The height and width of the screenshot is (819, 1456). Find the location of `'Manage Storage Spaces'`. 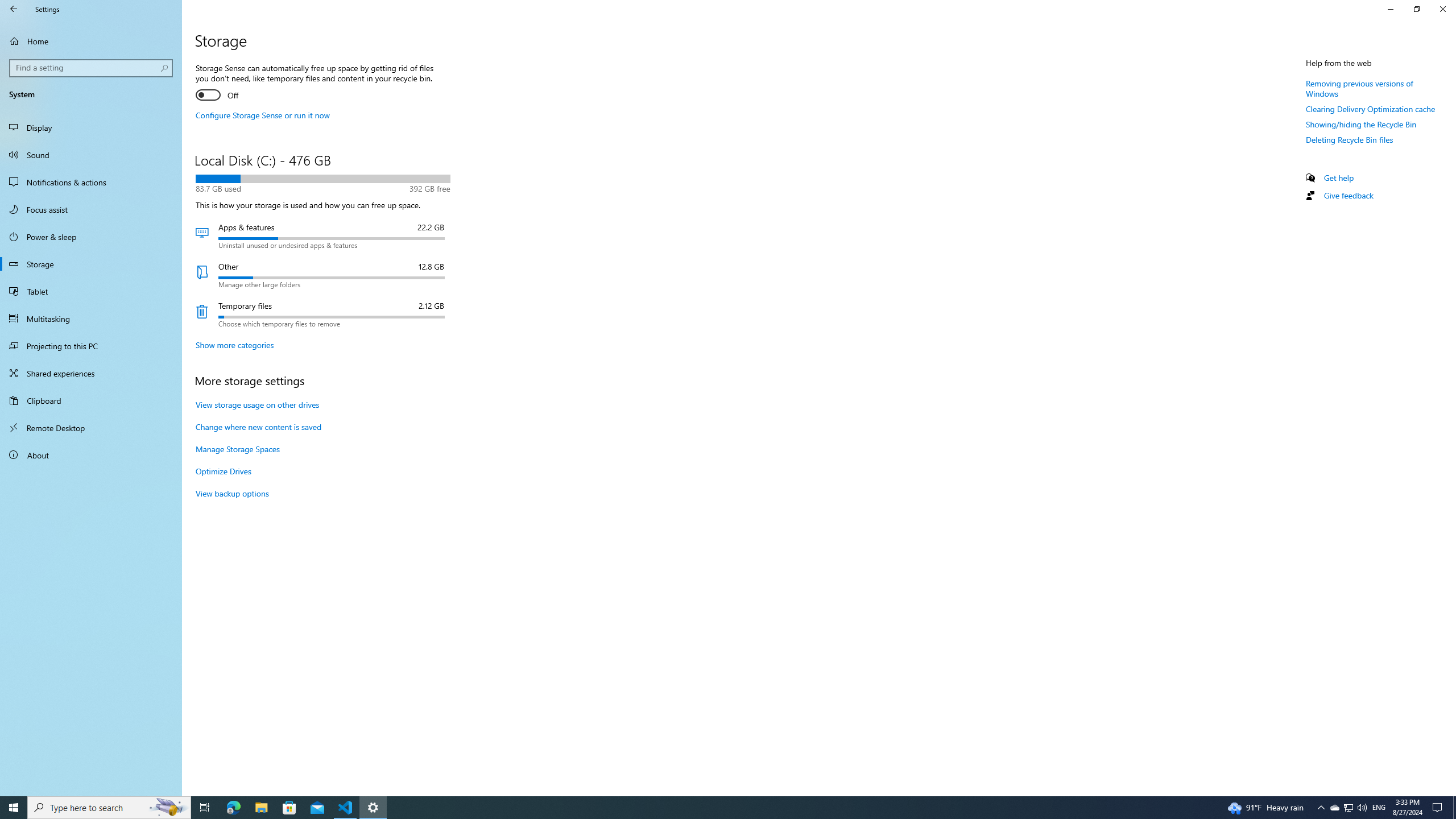

'Manage Storage Spaces' is located at coordinates (237, 448).